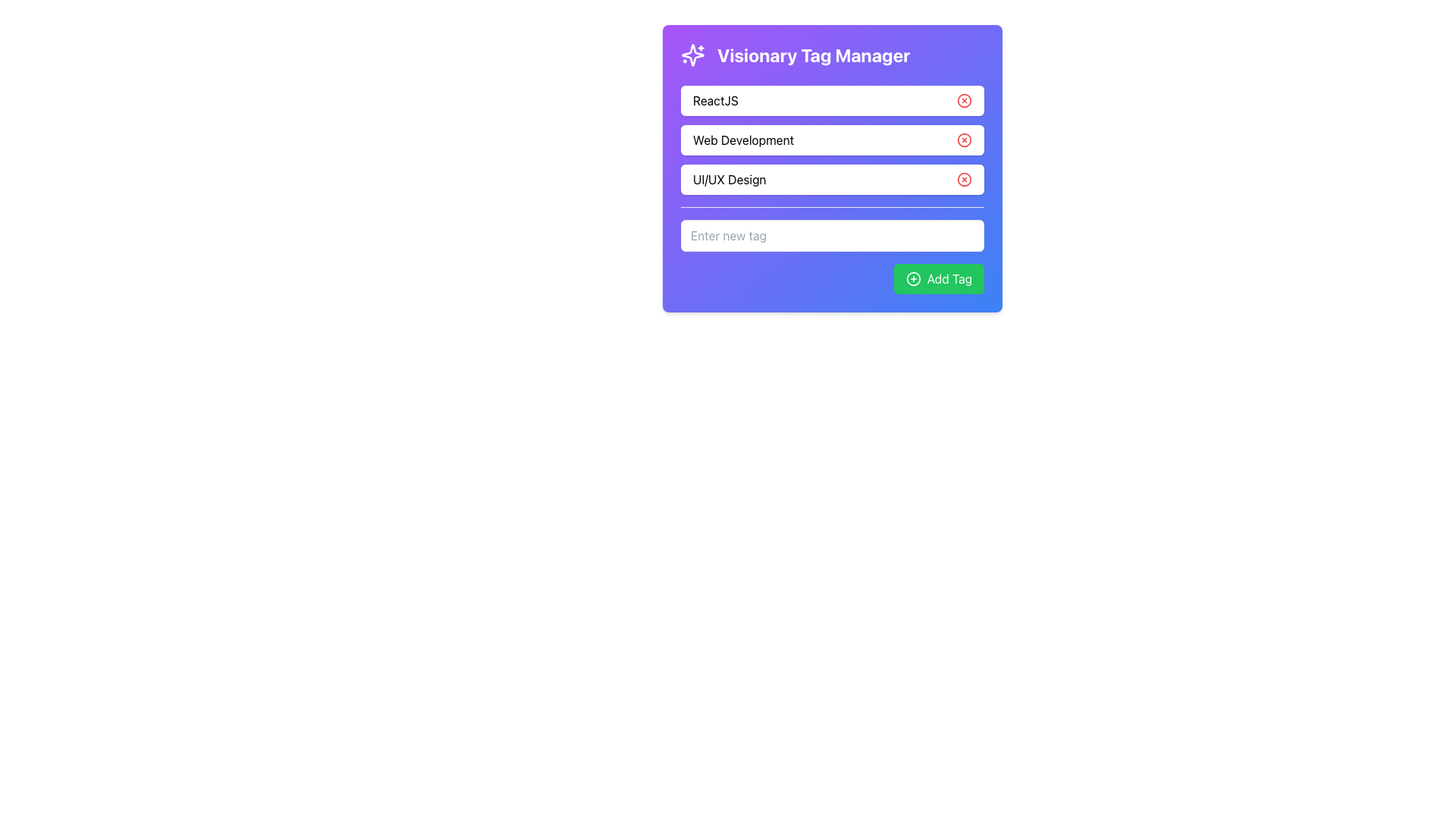  Describe the element at coordinates (964, 178) in the screenshot. I see `the SVG Circle that represents the delete action within the cross icon of the 'UI/UX Design' entry, which is the third item in the vertical list of tags` at that location.